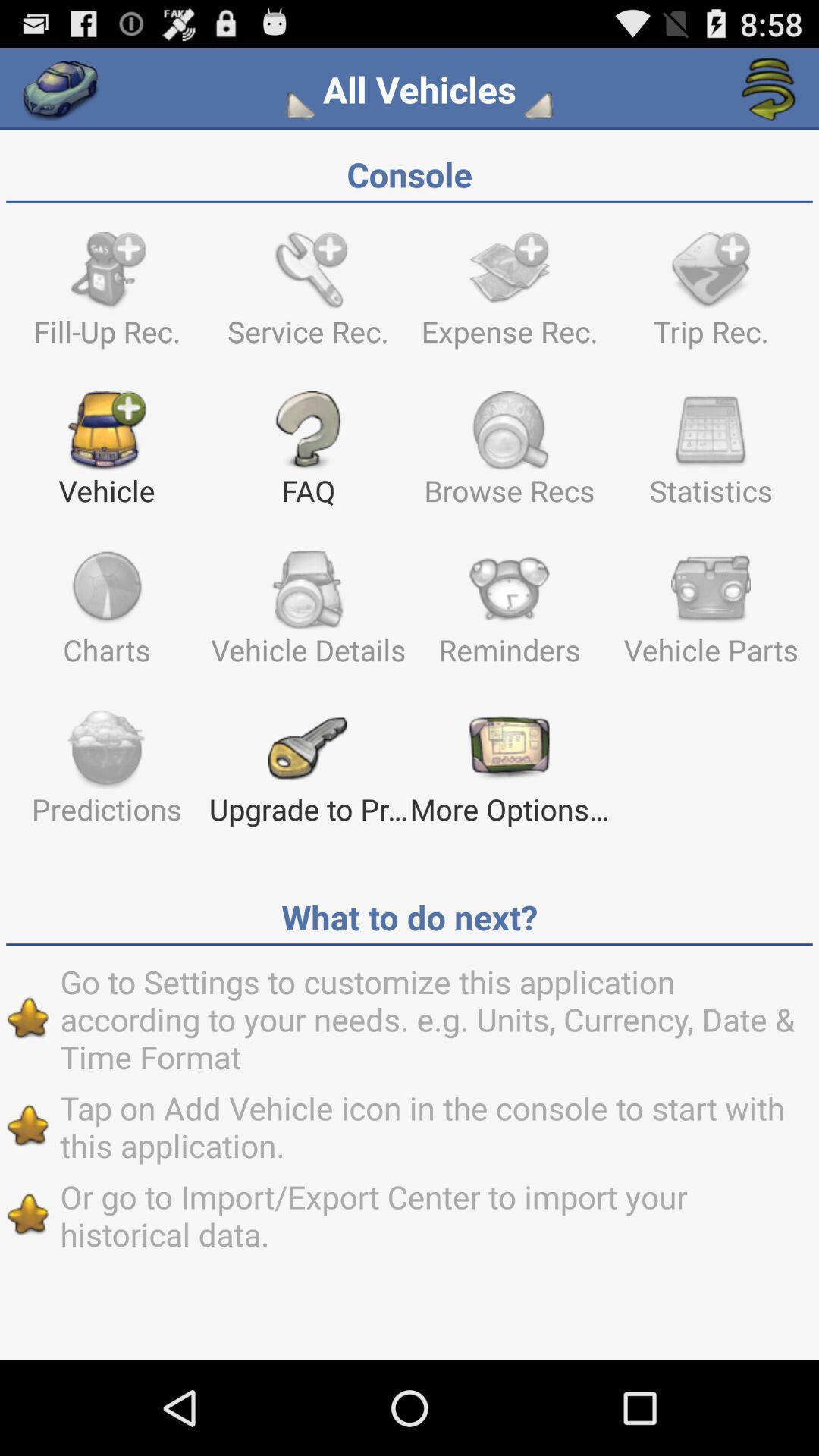 The width and height of the screenshot is (819, 1456). What do you see at coordinates (303, 104) in the screenshot?
I see `choose specific vehicle` at bounding box center [303, 104].